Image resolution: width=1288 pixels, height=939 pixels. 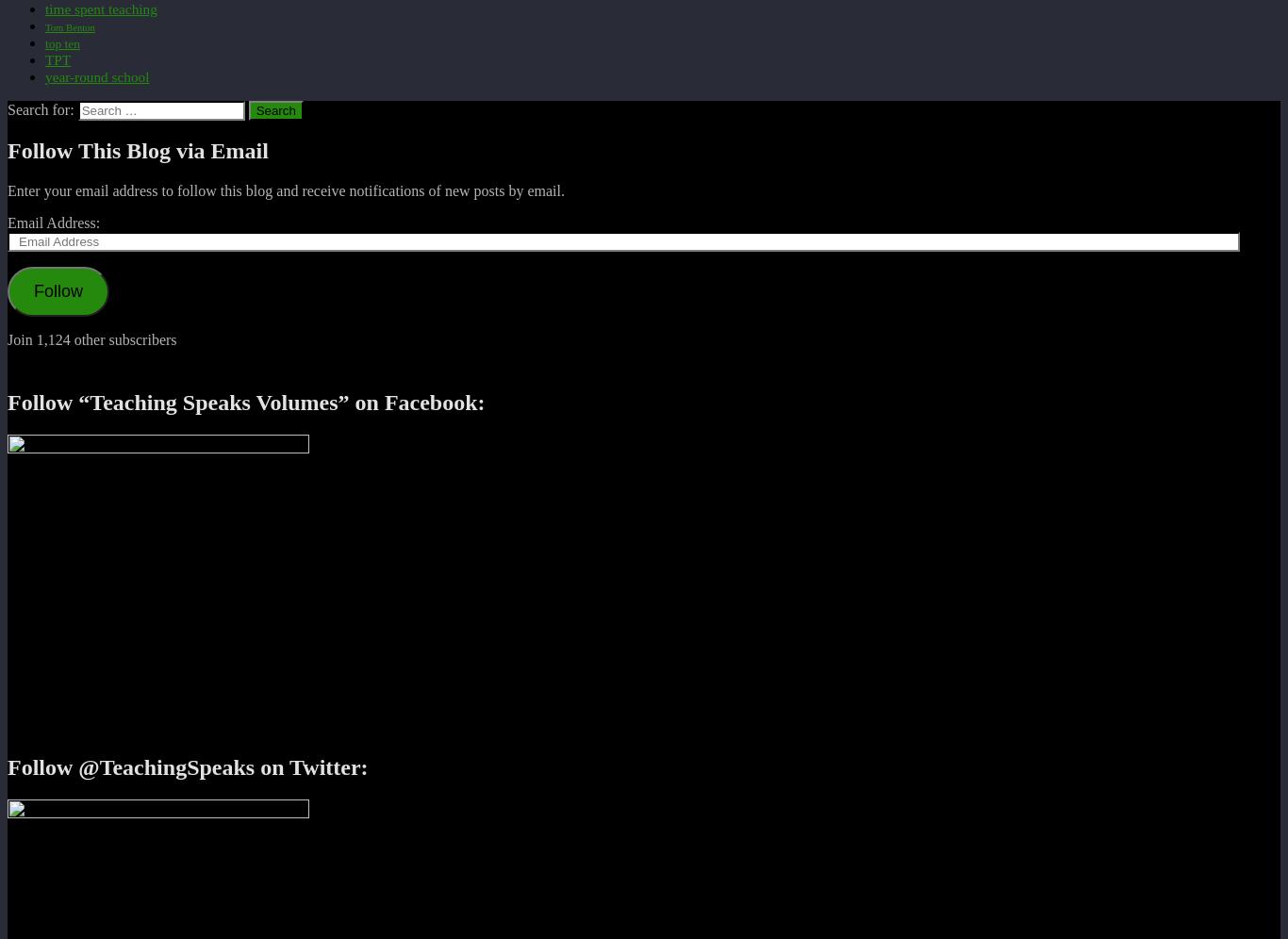 What do you see at coordinates (100, 8) in the screenshot?
I see `'time spent teaching'` at bounding box center [100, 8].